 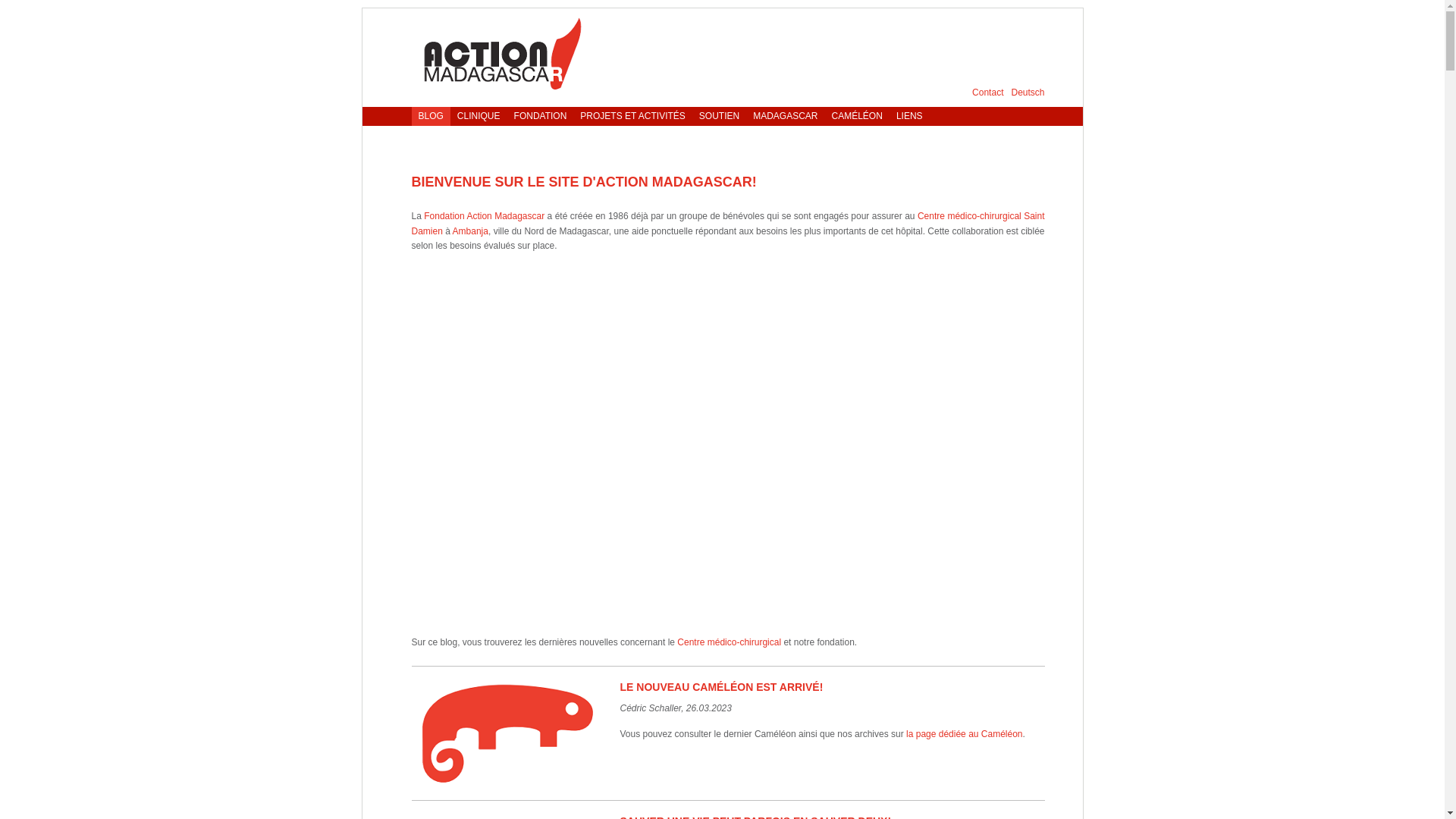 I want to click on 'SOUTIEN', so click(x=691, y=115).